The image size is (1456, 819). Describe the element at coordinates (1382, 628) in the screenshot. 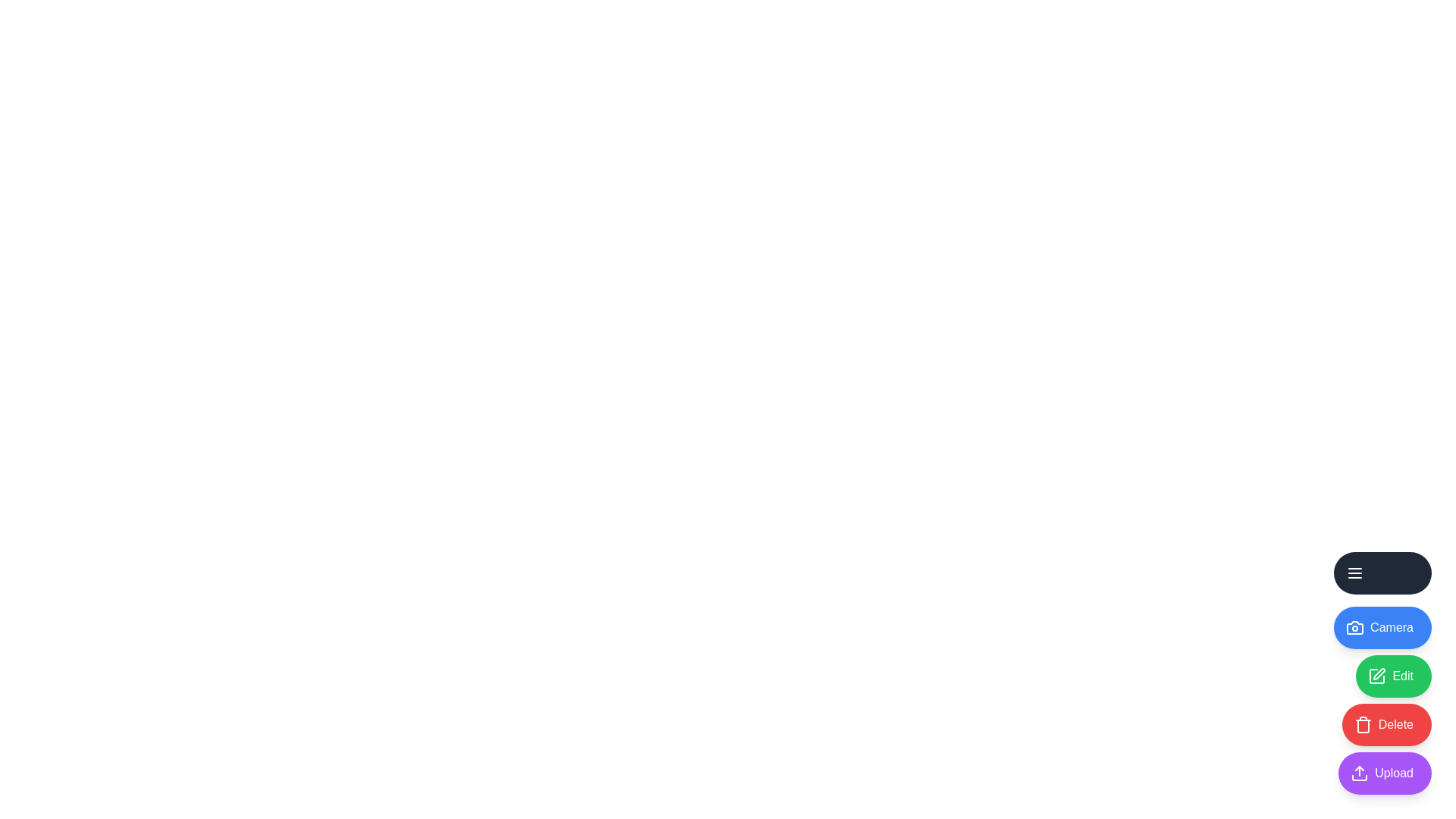

I see `the Camera icon to interact with it` at that location.